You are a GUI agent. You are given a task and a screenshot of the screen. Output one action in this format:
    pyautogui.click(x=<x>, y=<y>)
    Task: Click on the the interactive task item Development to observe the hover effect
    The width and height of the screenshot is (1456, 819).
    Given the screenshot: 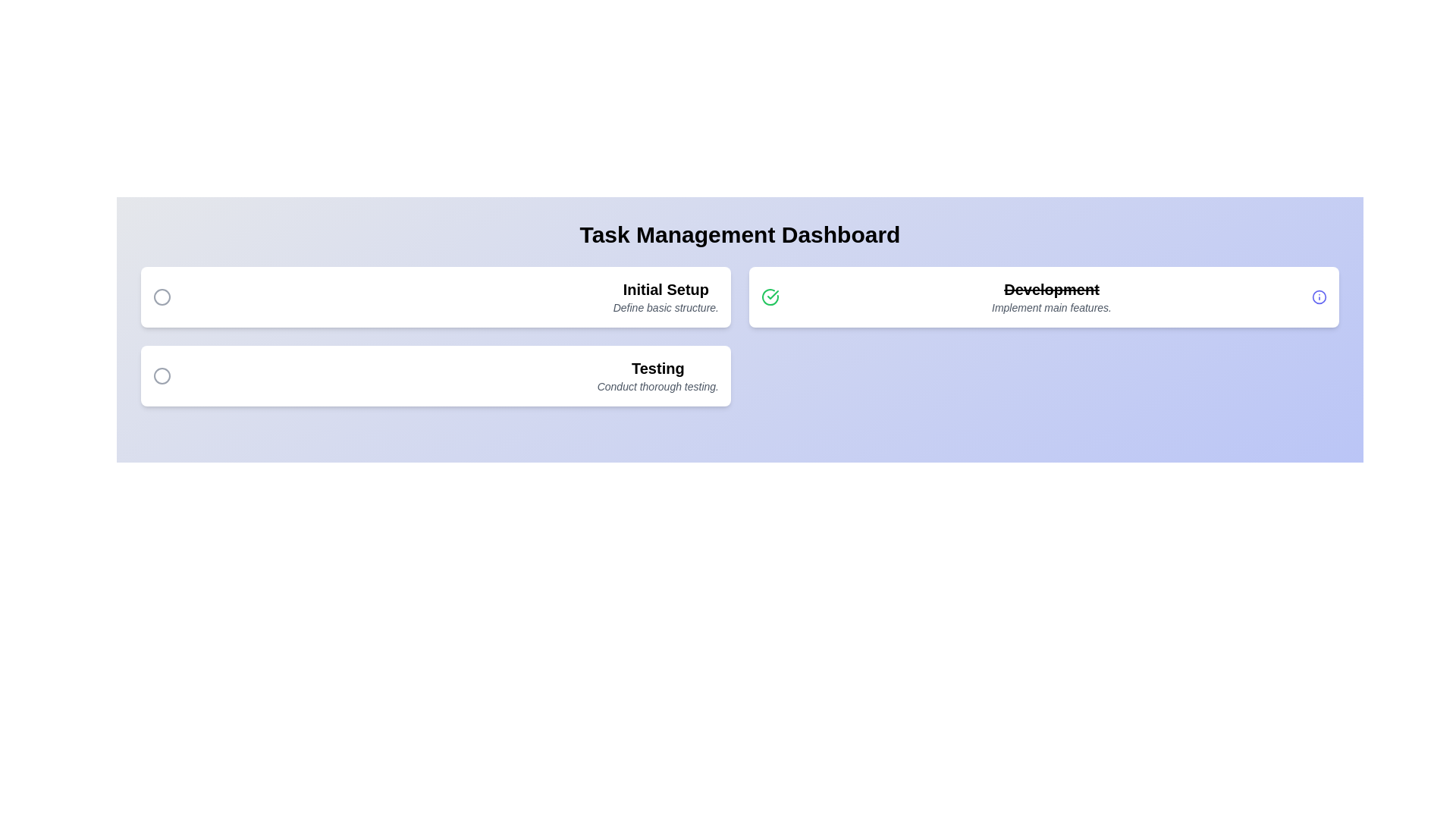 What is the action you would take?
    pyautogui.click(x=1043, y=297)
    